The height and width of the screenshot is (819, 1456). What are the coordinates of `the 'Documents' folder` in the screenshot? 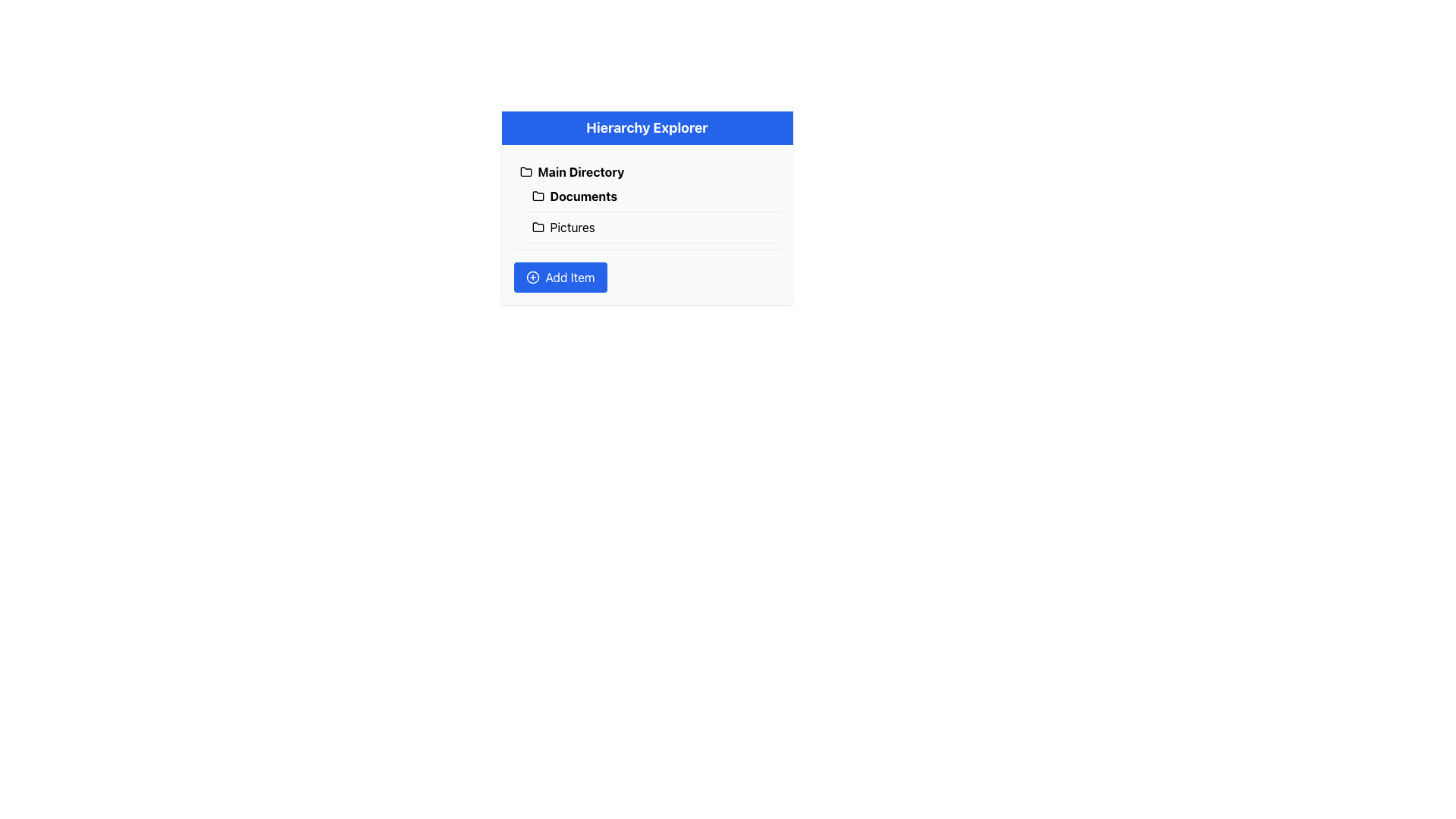 It's located at (653, 212).